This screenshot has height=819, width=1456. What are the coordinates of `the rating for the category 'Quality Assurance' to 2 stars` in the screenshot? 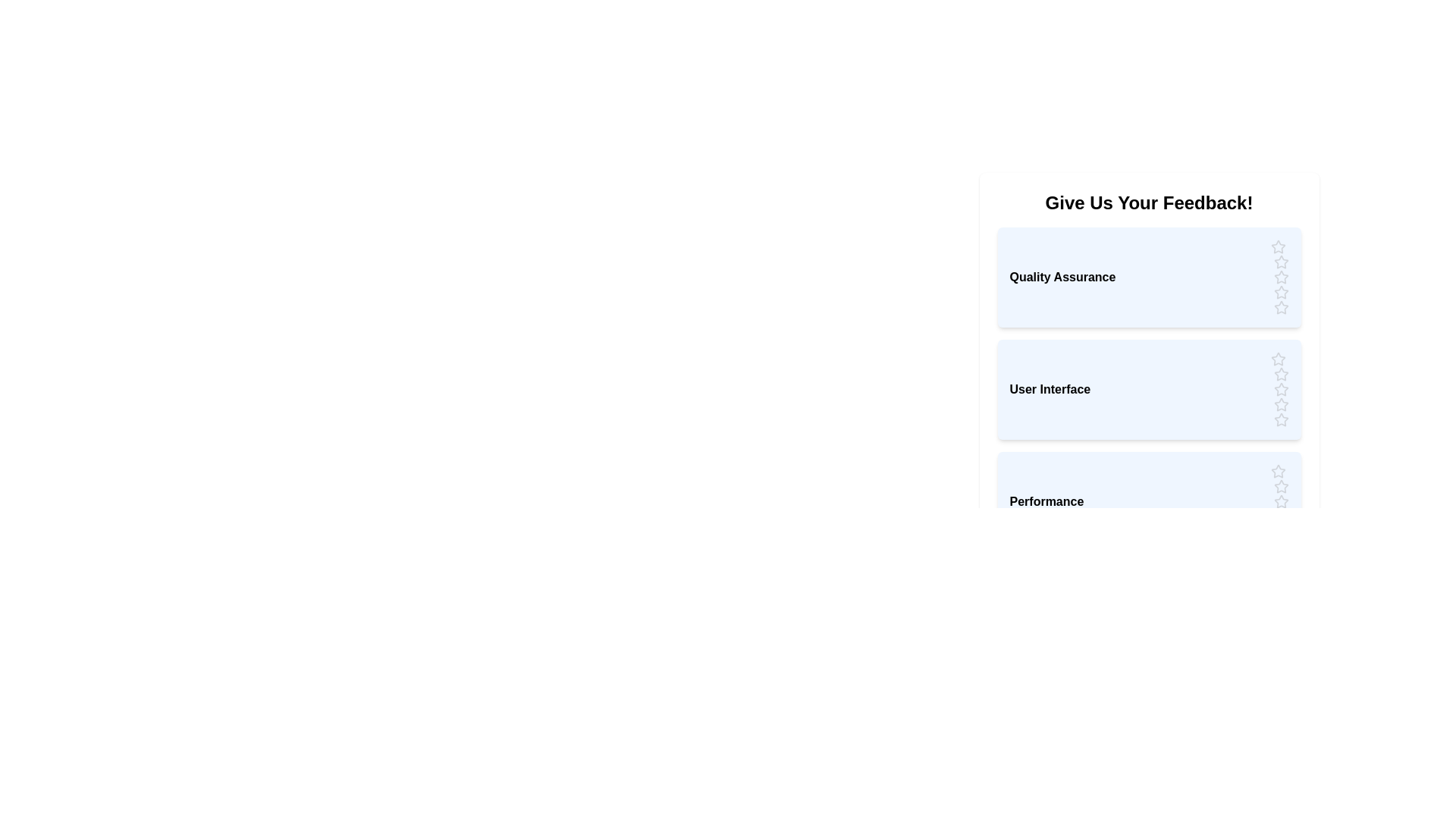 It's located at (1280, 262).